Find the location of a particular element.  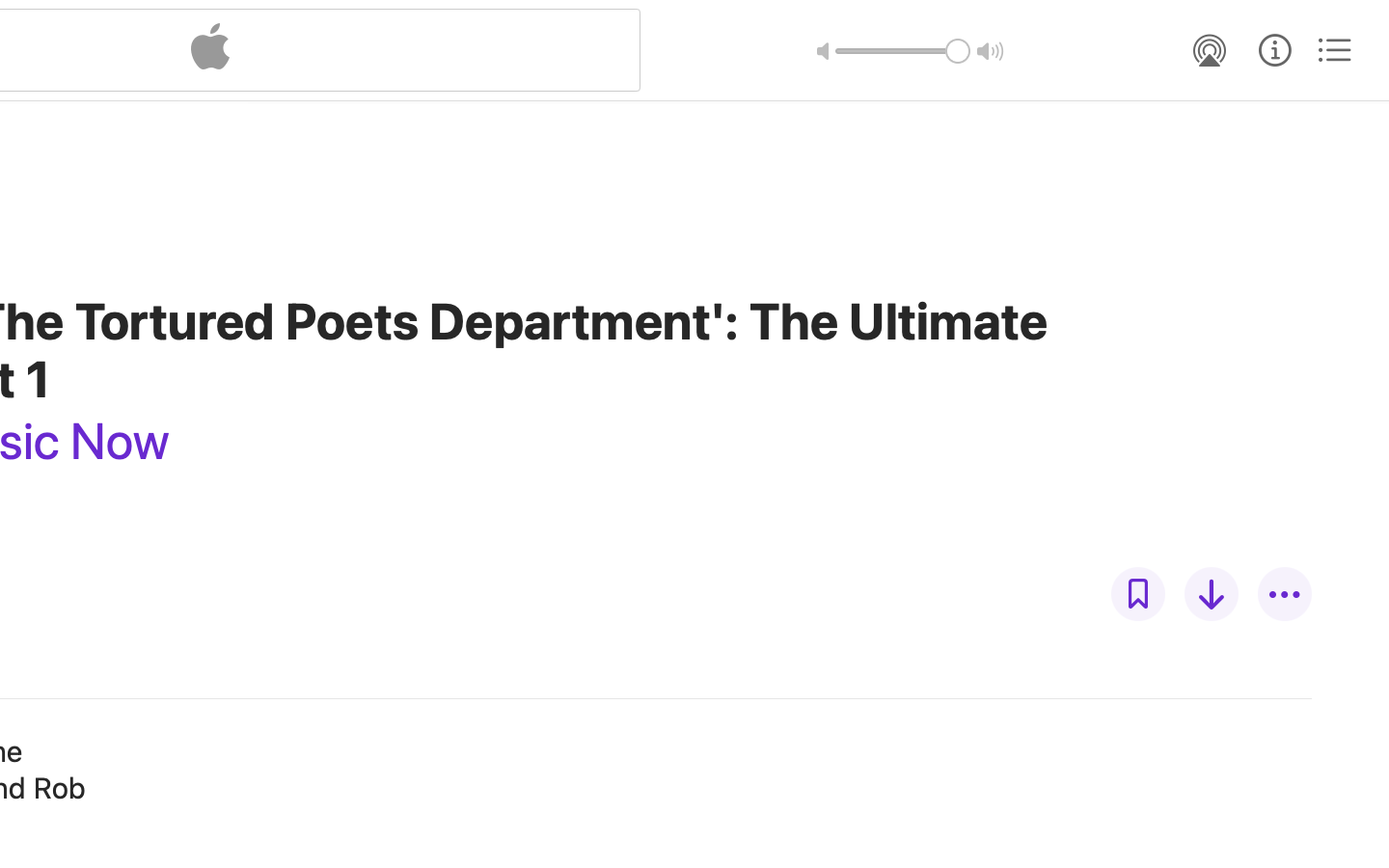

'1.0' is located at coordinates (903, 50).